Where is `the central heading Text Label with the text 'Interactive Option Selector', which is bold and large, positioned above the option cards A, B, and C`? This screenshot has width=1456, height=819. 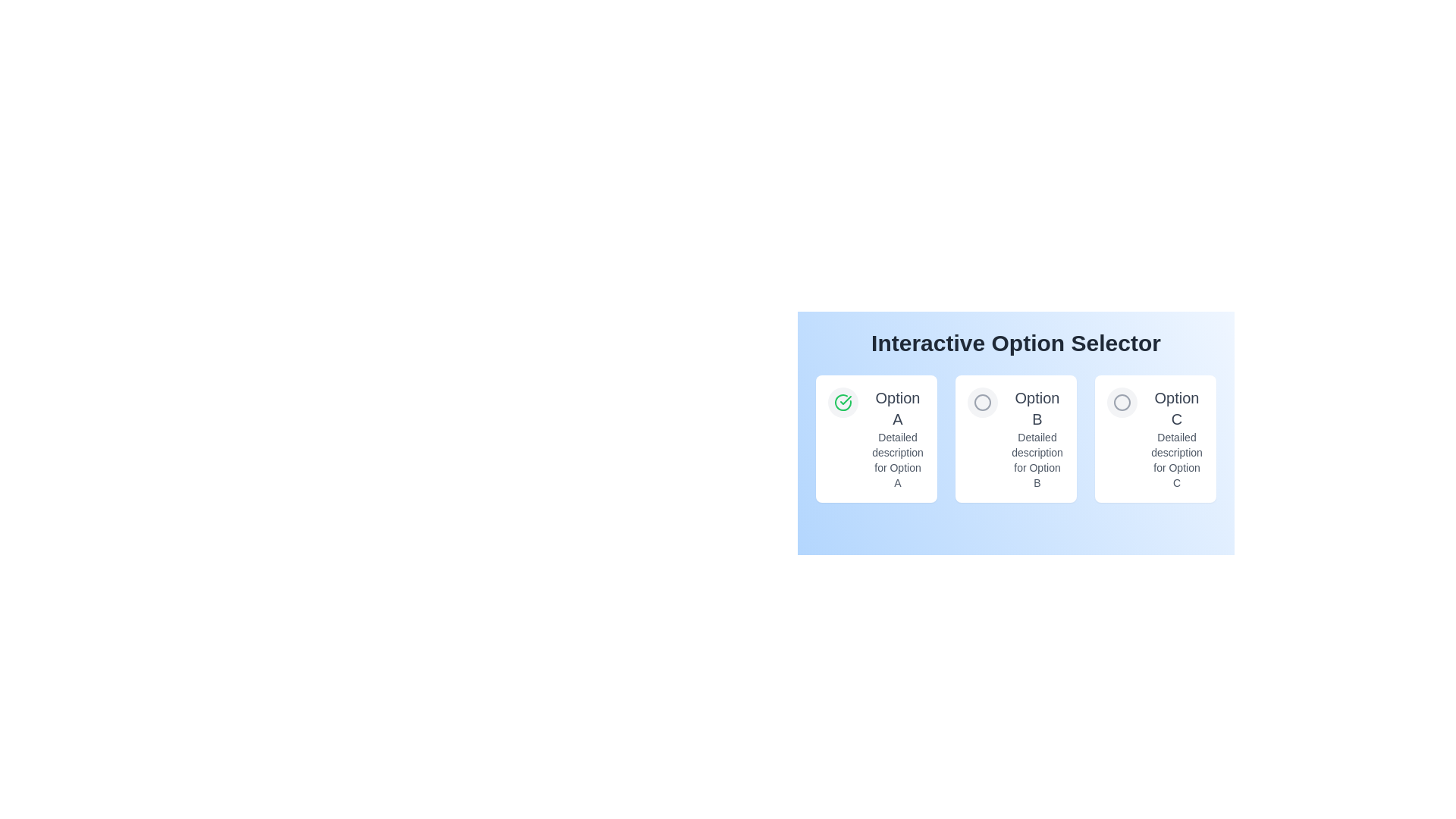 the central heading Text Label with the text 'Interactive Option Selector', which is bold and large, positioned above the option cards A, B, and C is located at coordinates (1015, 343).